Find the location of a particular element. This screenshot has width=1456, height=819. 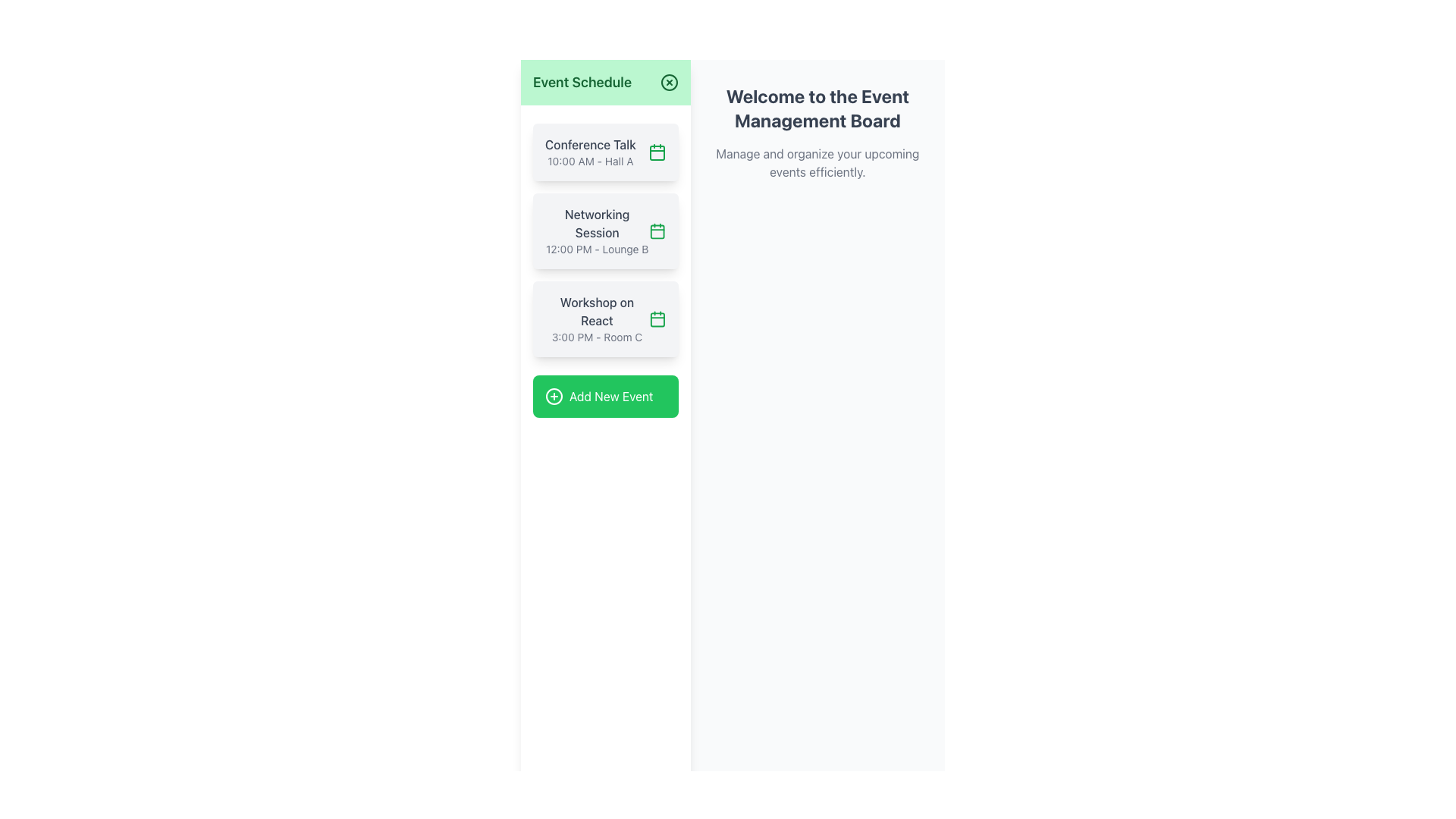

the 'Add New Event' text label which is displayed in white inside a green button located at the bottom left quadrant of the interface is located at coordinates (611, 396).